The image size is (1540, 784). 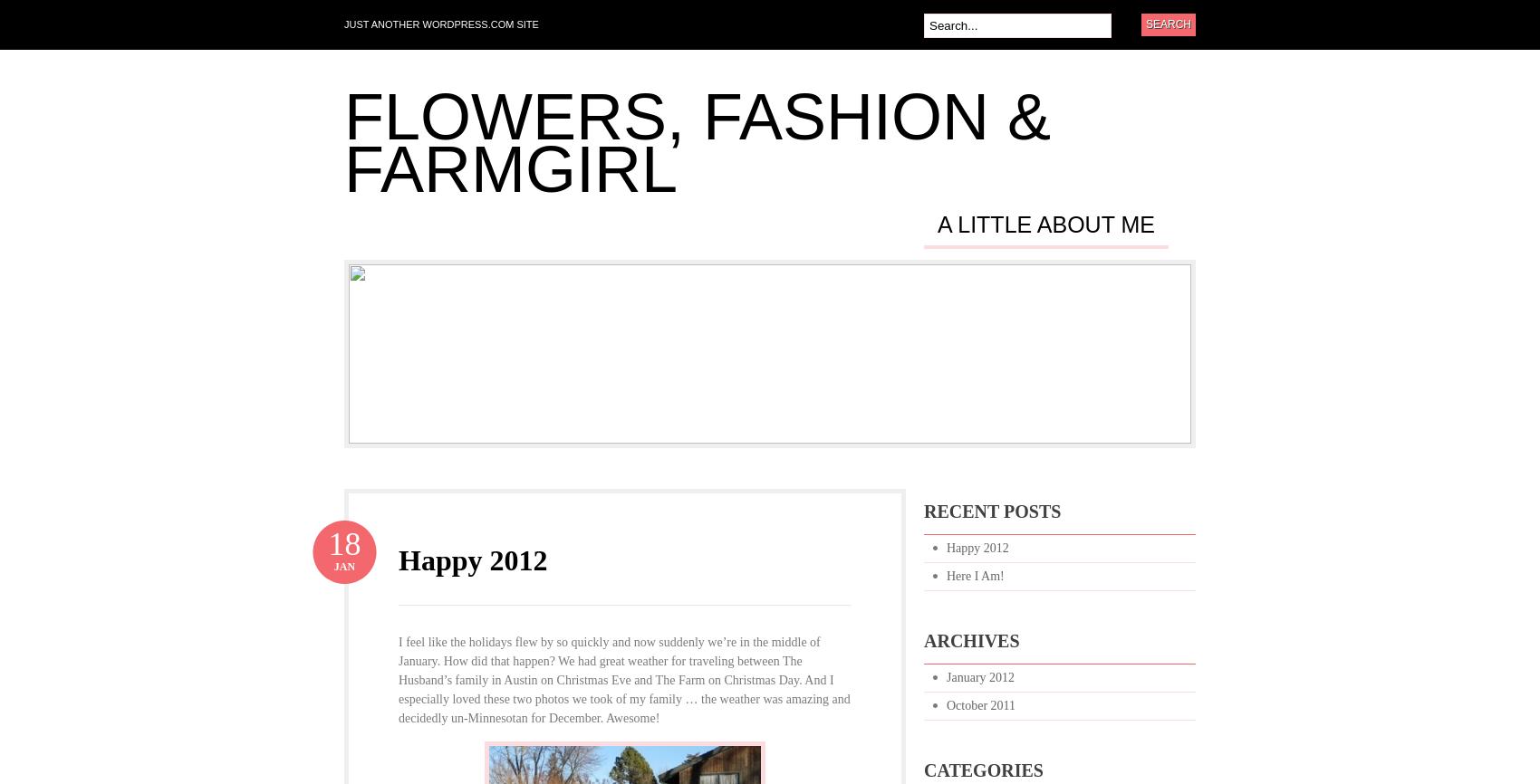 I want to click on 'October 2011', so click(x=981, y=704).